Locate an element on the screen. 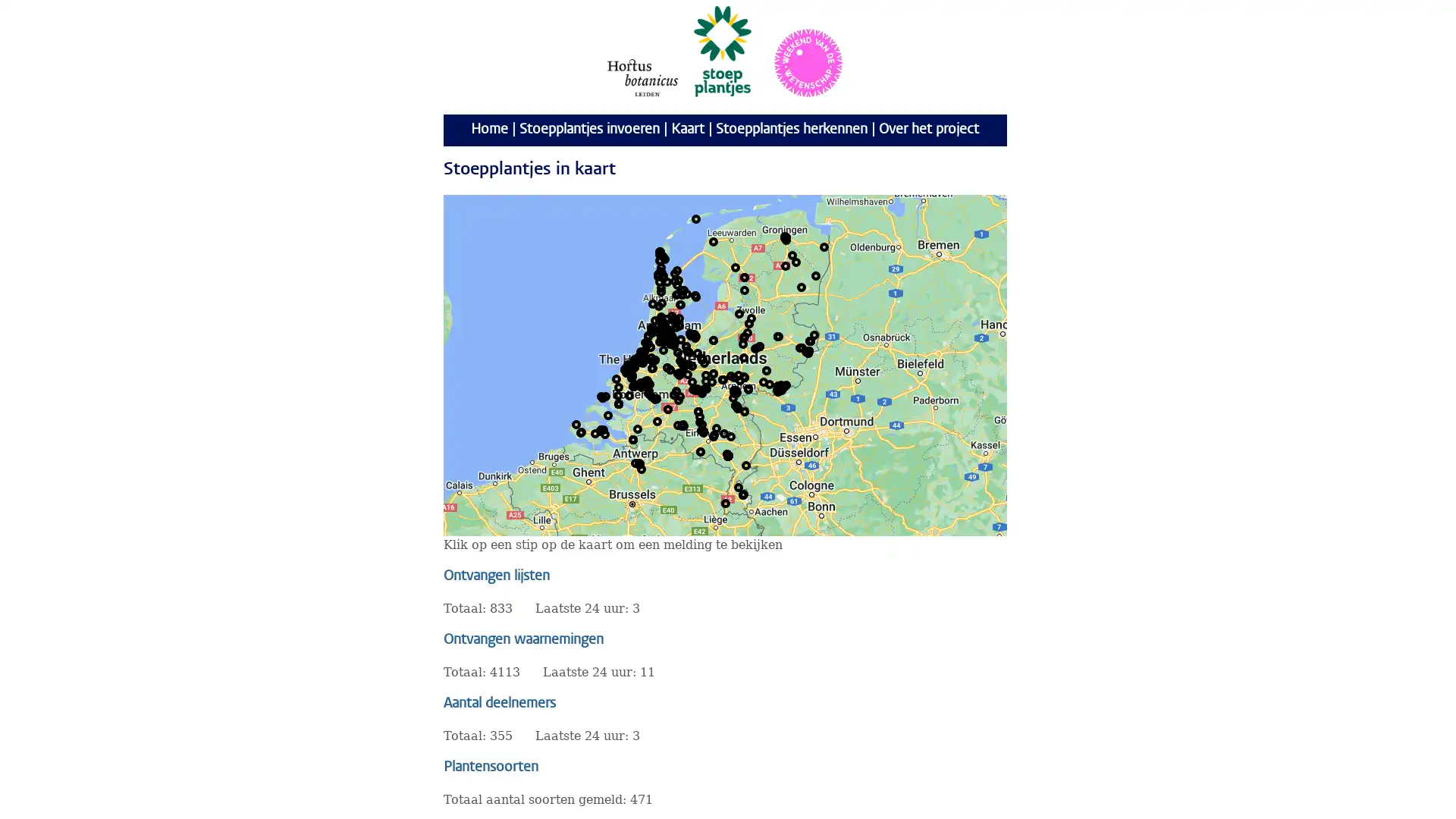  Telling van Hetty Verstraaten op 16 oktober 2021 is located at coordinates (745, 335).